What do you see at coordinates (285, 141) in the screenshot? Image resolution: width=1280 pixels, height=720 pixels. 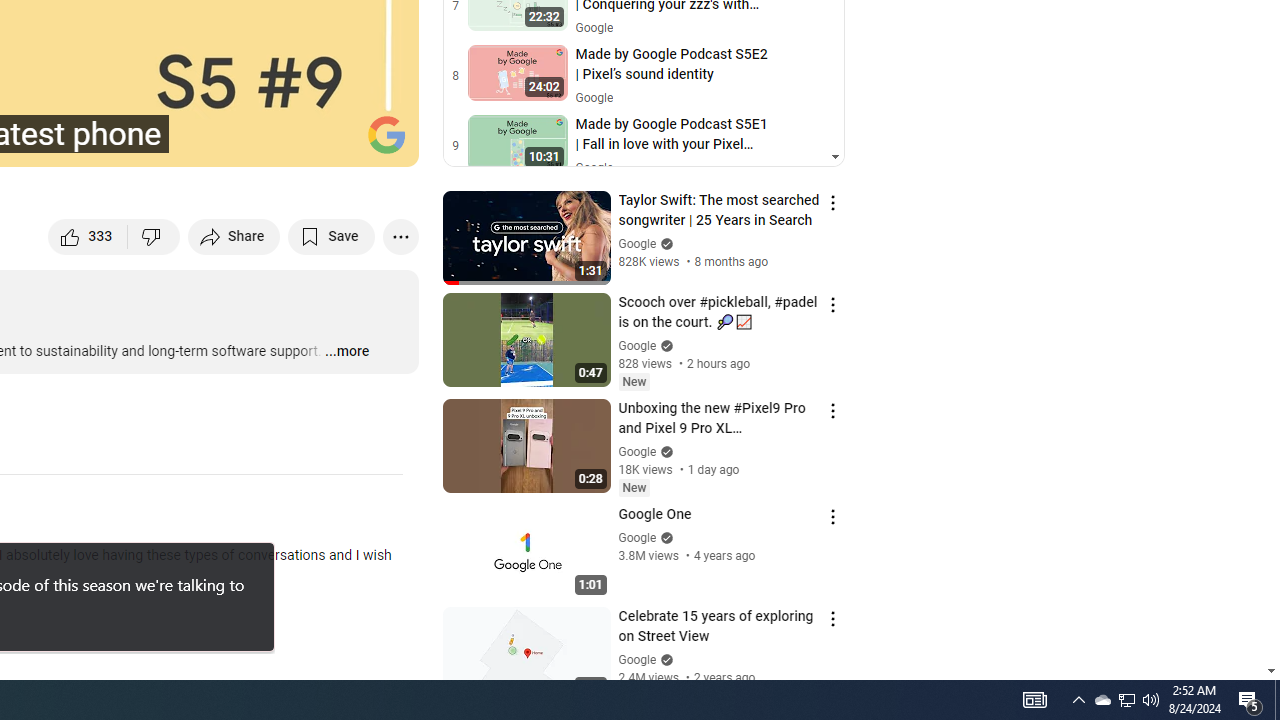 I see `'Miniplayer (i)'` at bounding box center [285, 141].